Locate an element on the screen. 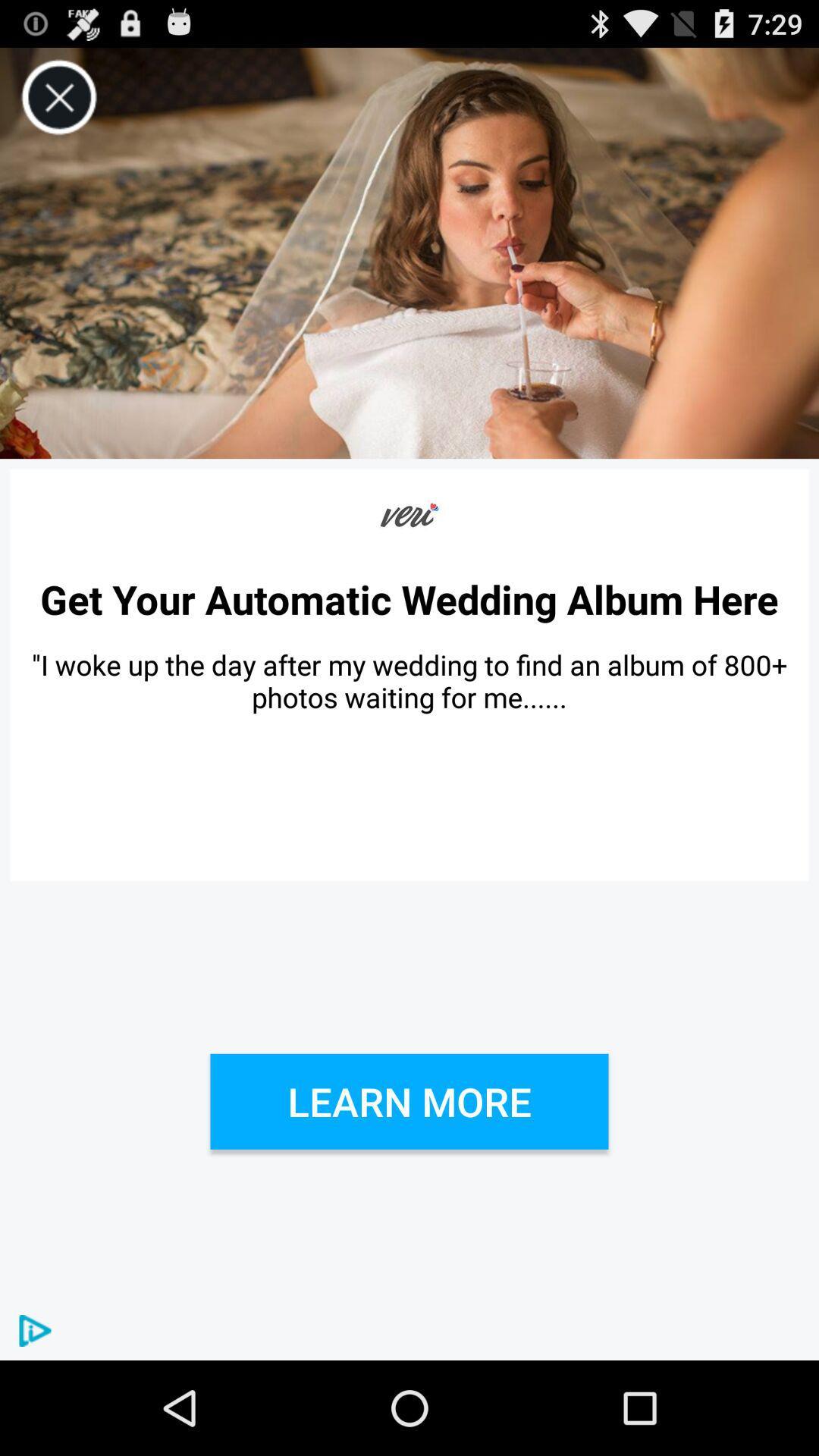 The height and width of the screenshot is (1456, 819). item above get your automatic item is located at coordinates (58, 97).